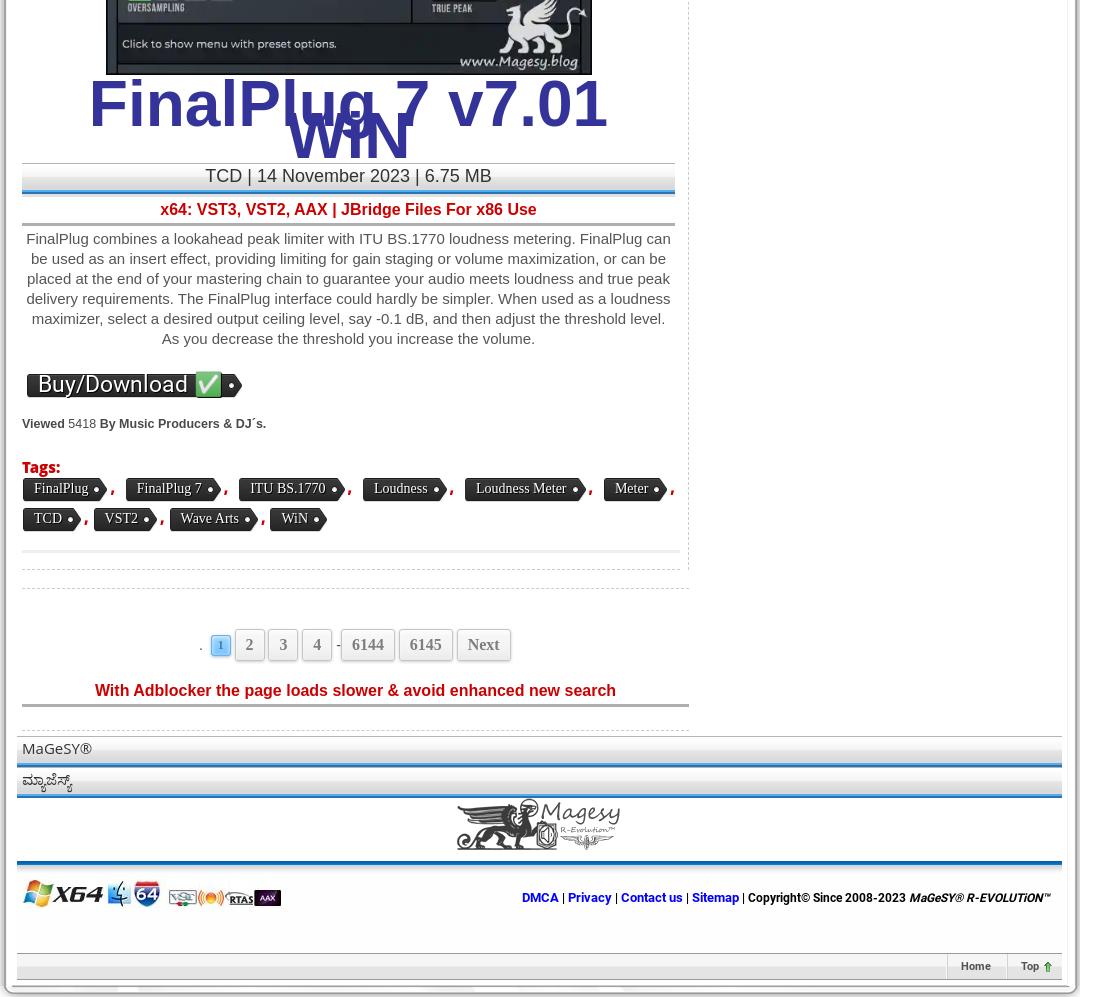  Describe the element at coordinates (208, 517) in the screenshot. I see `'Wave Arts'` at that location.